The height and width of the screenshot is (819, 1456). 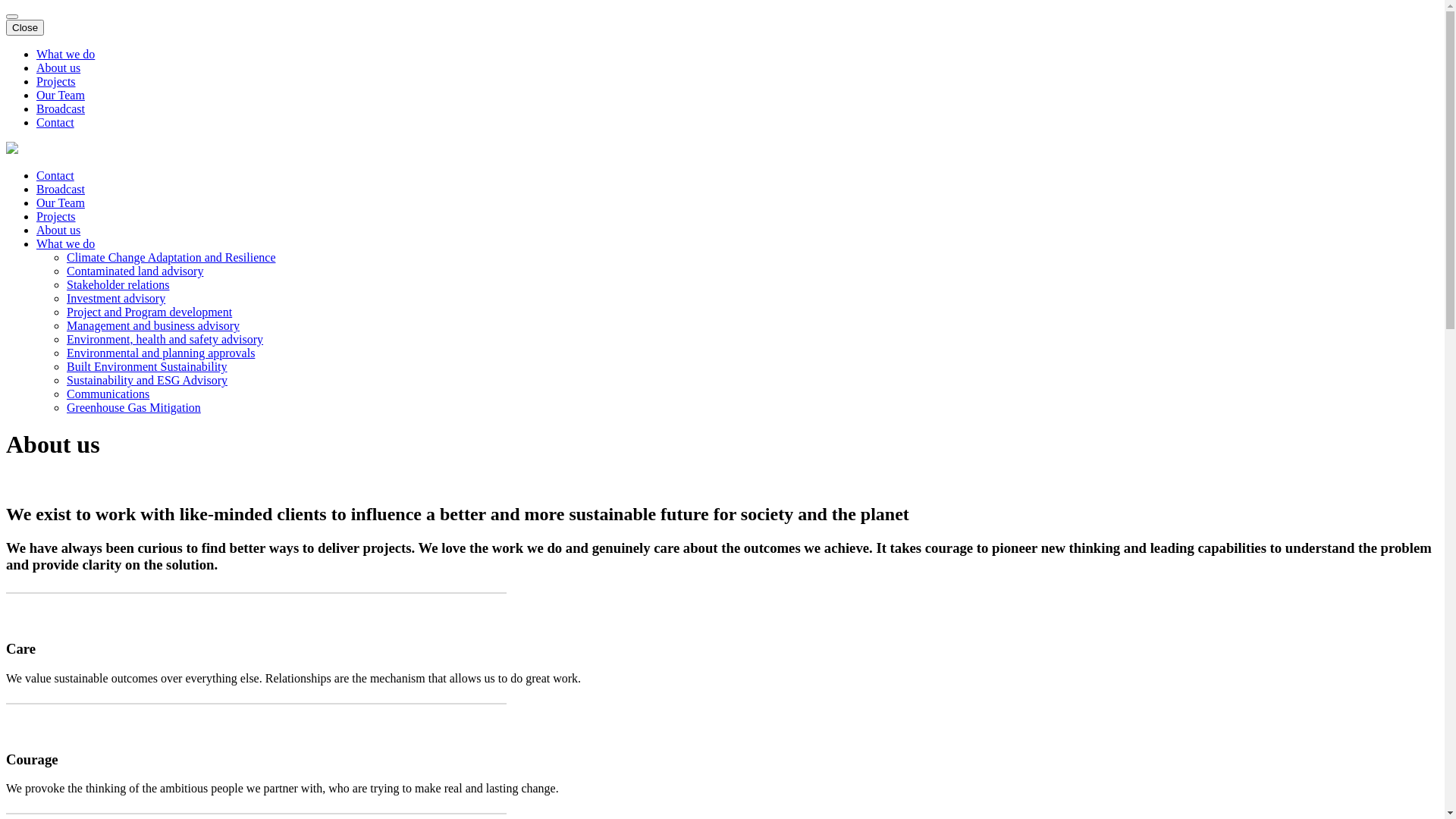 I want to click on 'Stakeholder relations', so click(x=65, y=284).